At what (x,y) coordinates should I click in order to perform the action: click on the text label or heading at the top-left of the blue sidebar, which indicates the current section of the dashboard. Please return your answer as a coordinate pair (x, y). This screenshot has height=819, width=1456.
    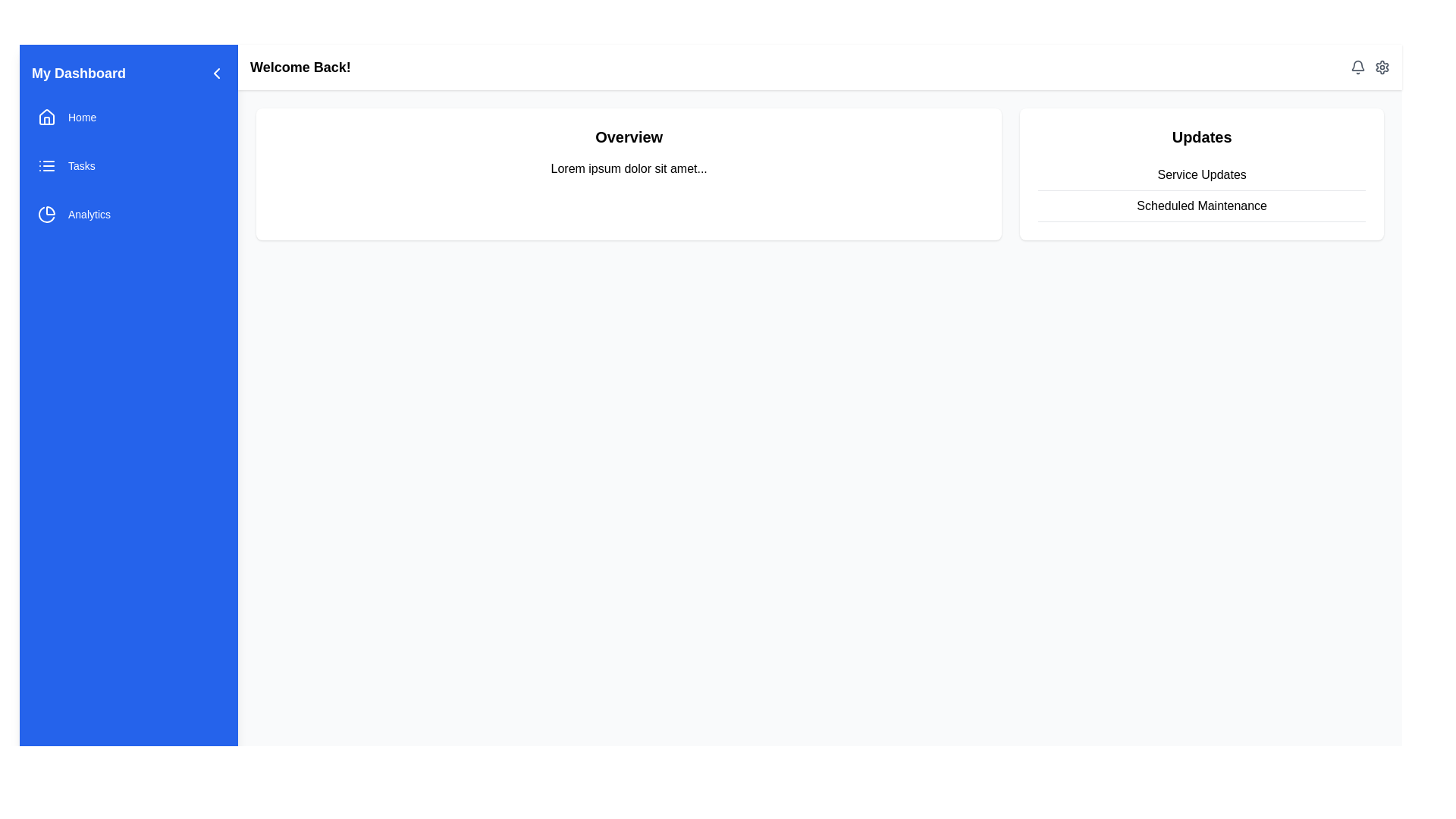
    Looking at the image, I should click on (78, 73).